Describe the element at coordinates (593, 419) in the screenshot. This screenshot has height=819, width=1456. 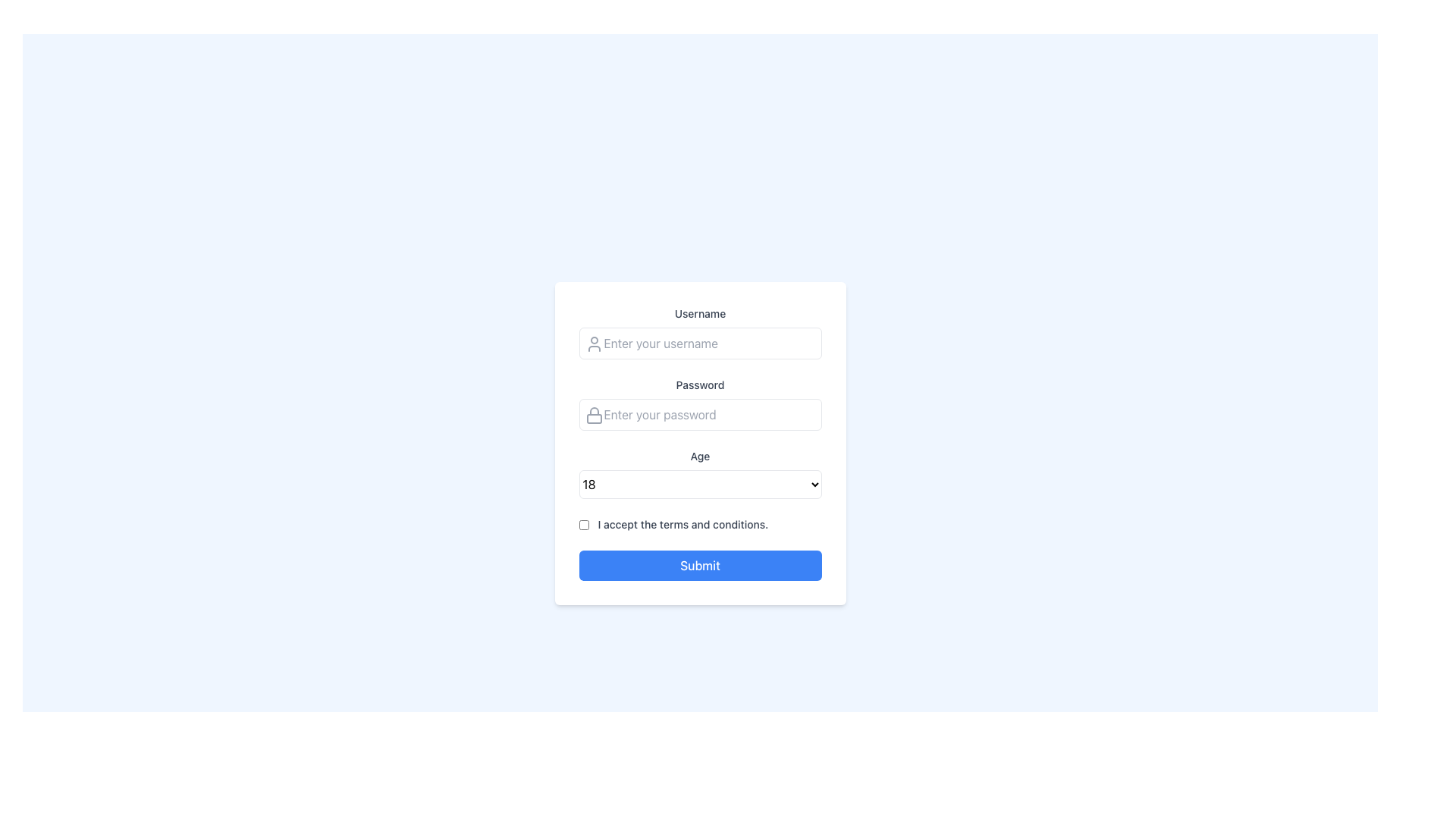
I see `the rectangular SVG component of the lock icon, which has rounded corners and is adjacent to the 'Password' text input field` at that location.